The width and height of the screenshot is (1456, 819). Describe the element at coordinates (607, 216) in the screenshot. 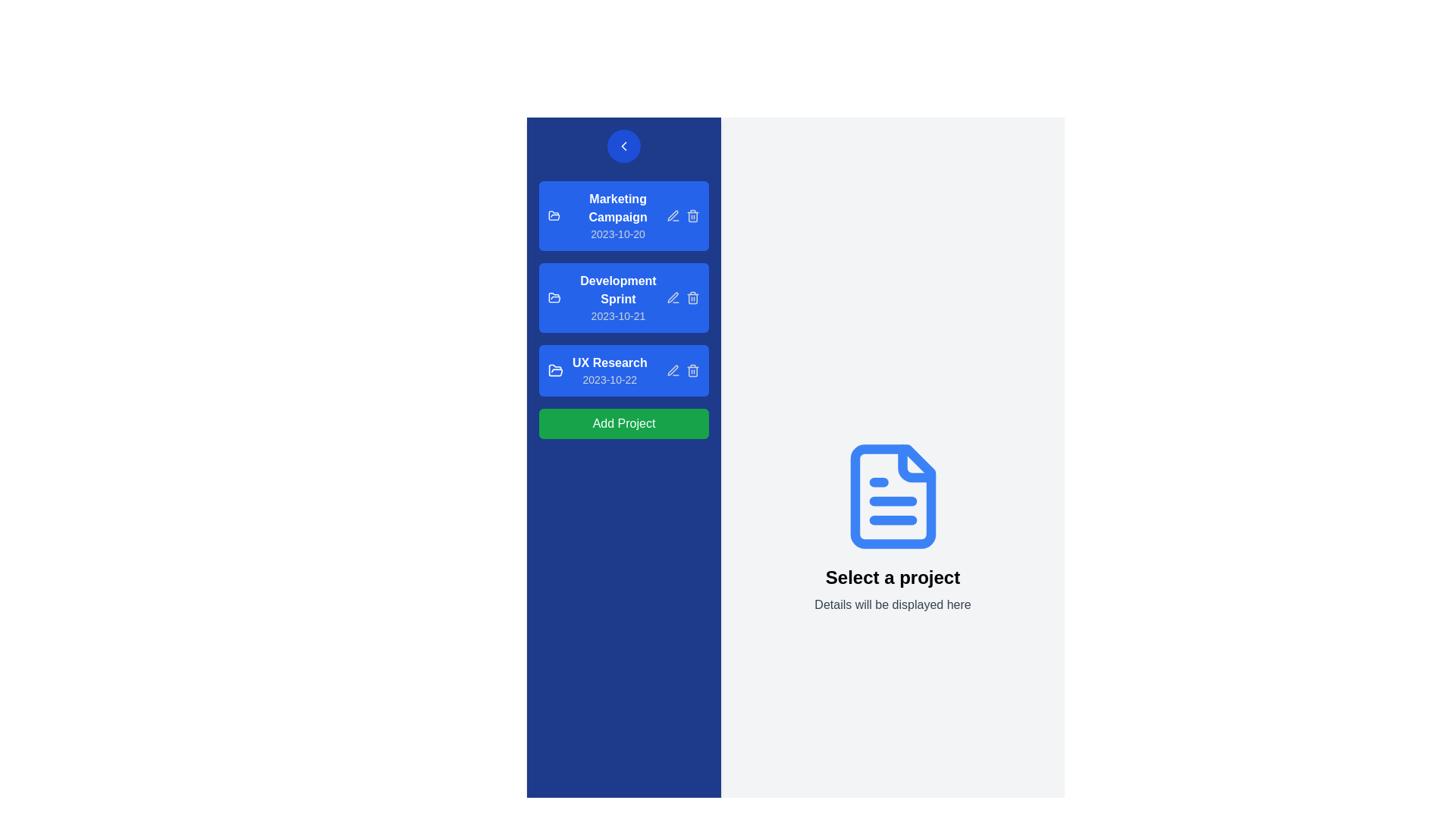

I see `the selectable project card titled 'Marketing Campaign'` at that location.